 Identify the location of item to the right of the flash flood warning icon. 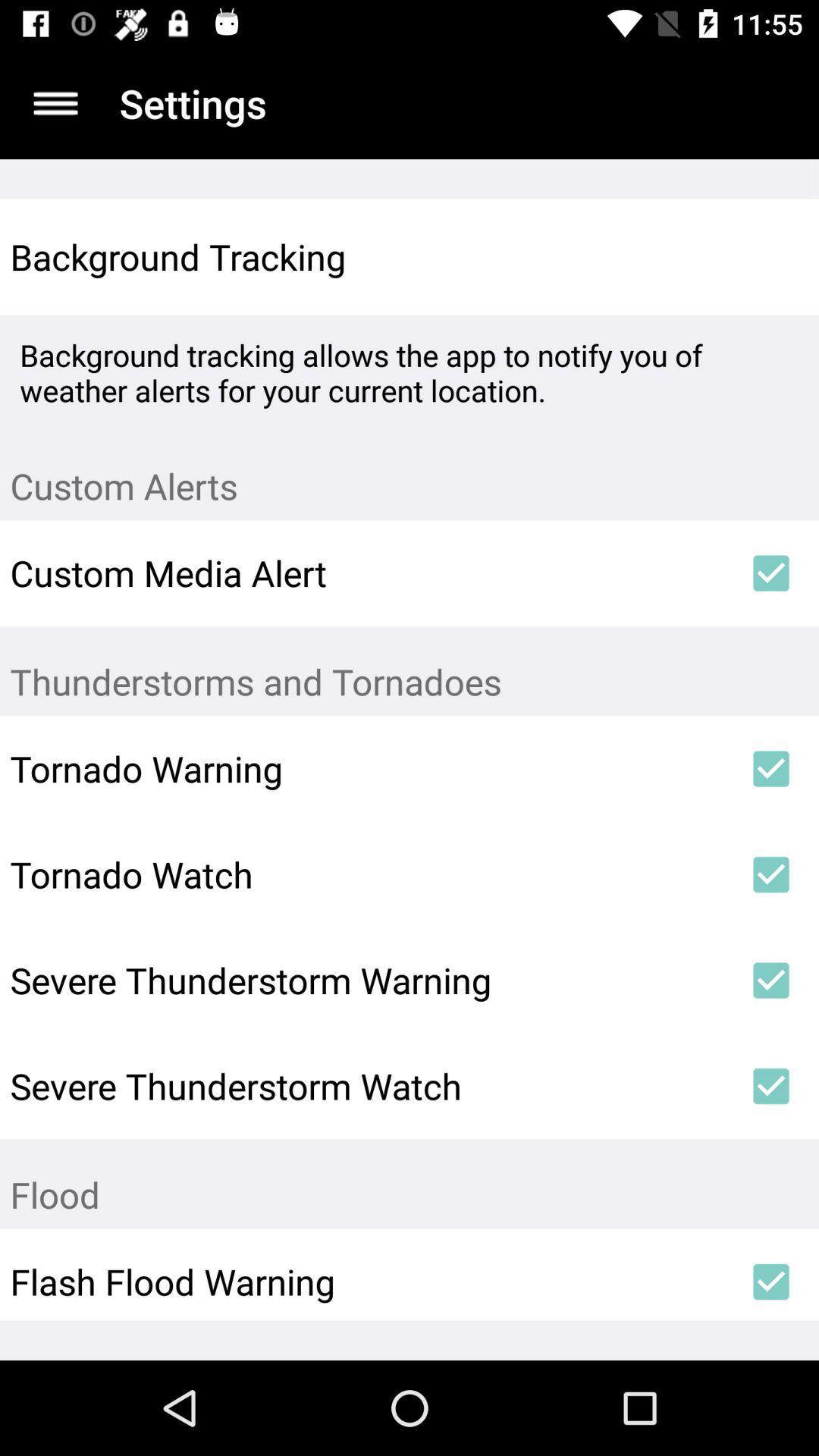
(771, 1281).